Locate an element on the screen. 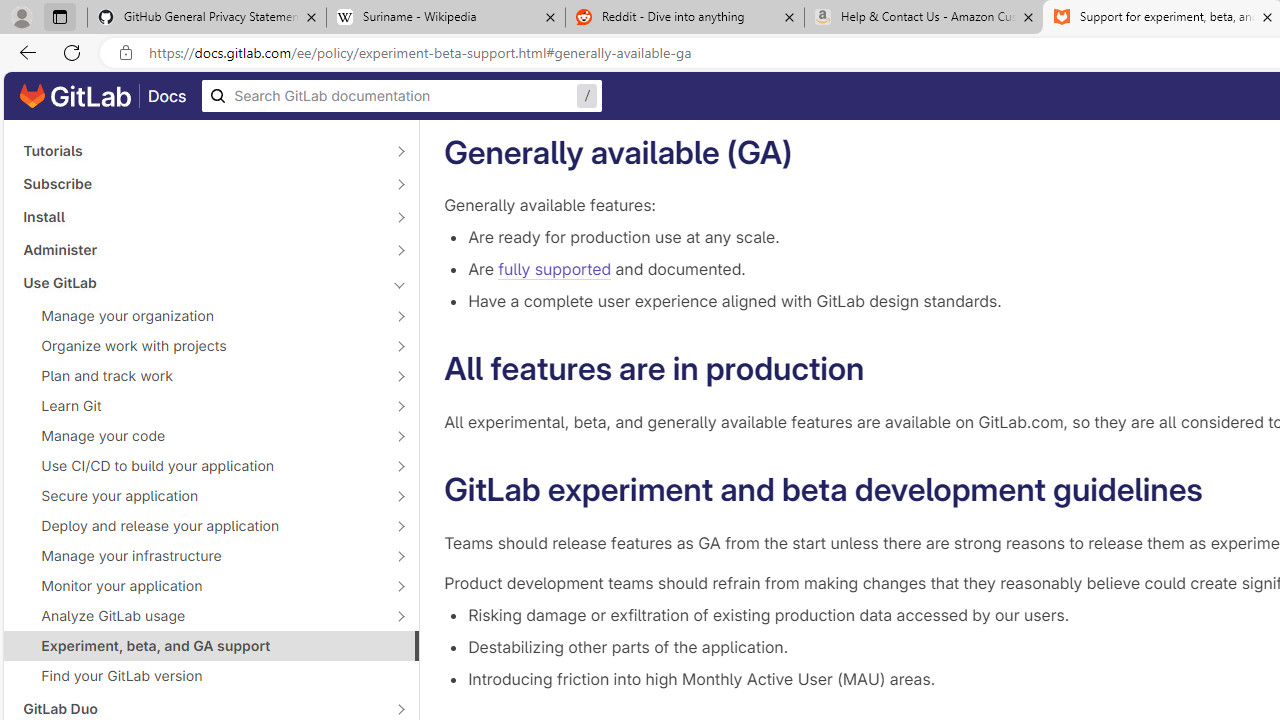 This screenshot has height=720, width=1280. 'Help & Contact Us - Amazon Customer Service - Sleeping' is located at coordinates (923, 17).